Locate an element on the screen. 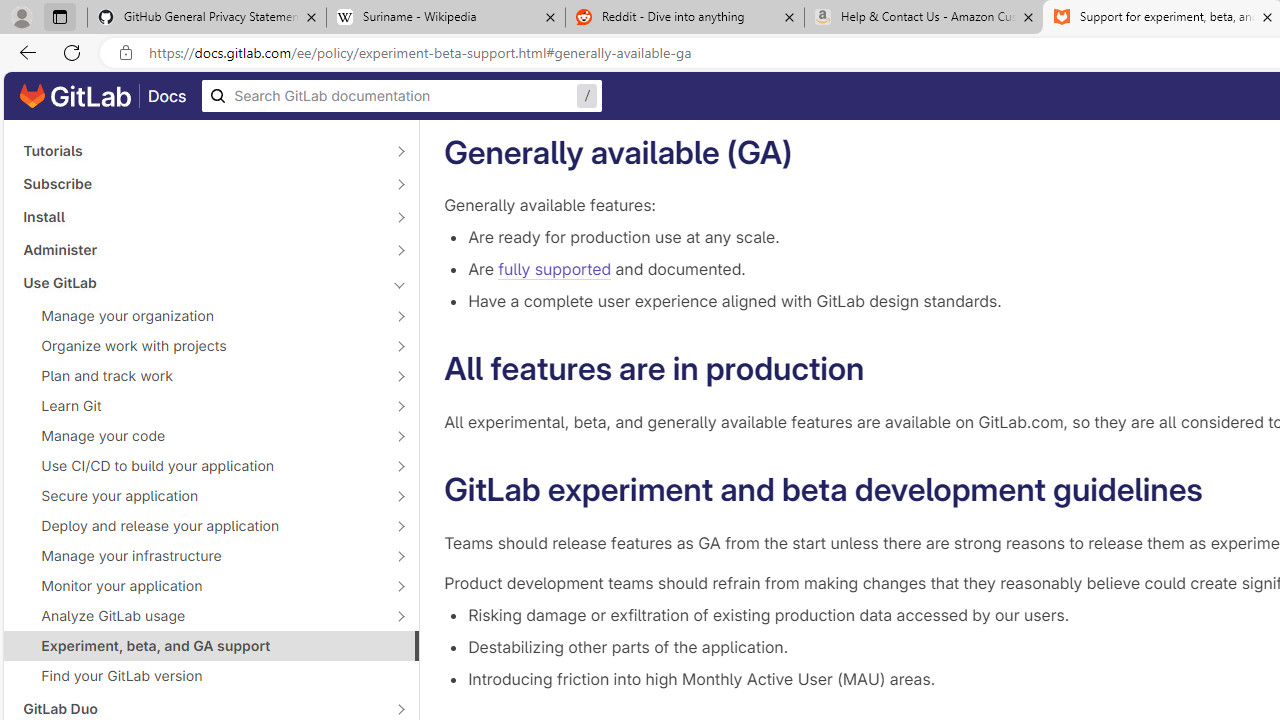 This screenshot has height=720, width=1280. 'Help & Contact Us - Amazon Customer Service - Sleeping' is located at coordinates (923, 17).